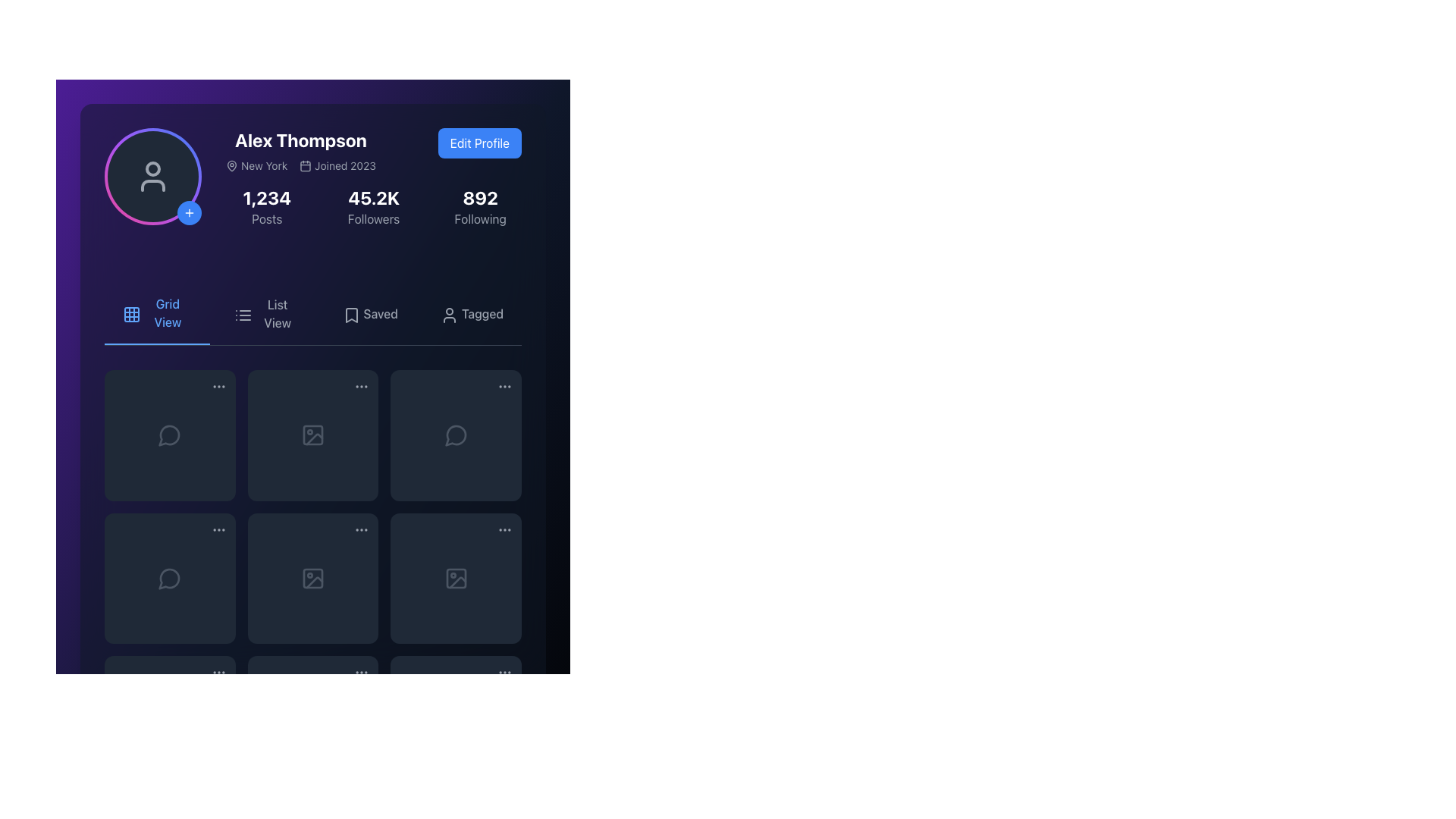 The width and height of the screenshot is (1456, 819). I want to click on the text label reading 'Grid View', which is styled in a medium-weight blue font and located beneath a grid icon in the top-left quadrant of the layout, so click(168, 312).